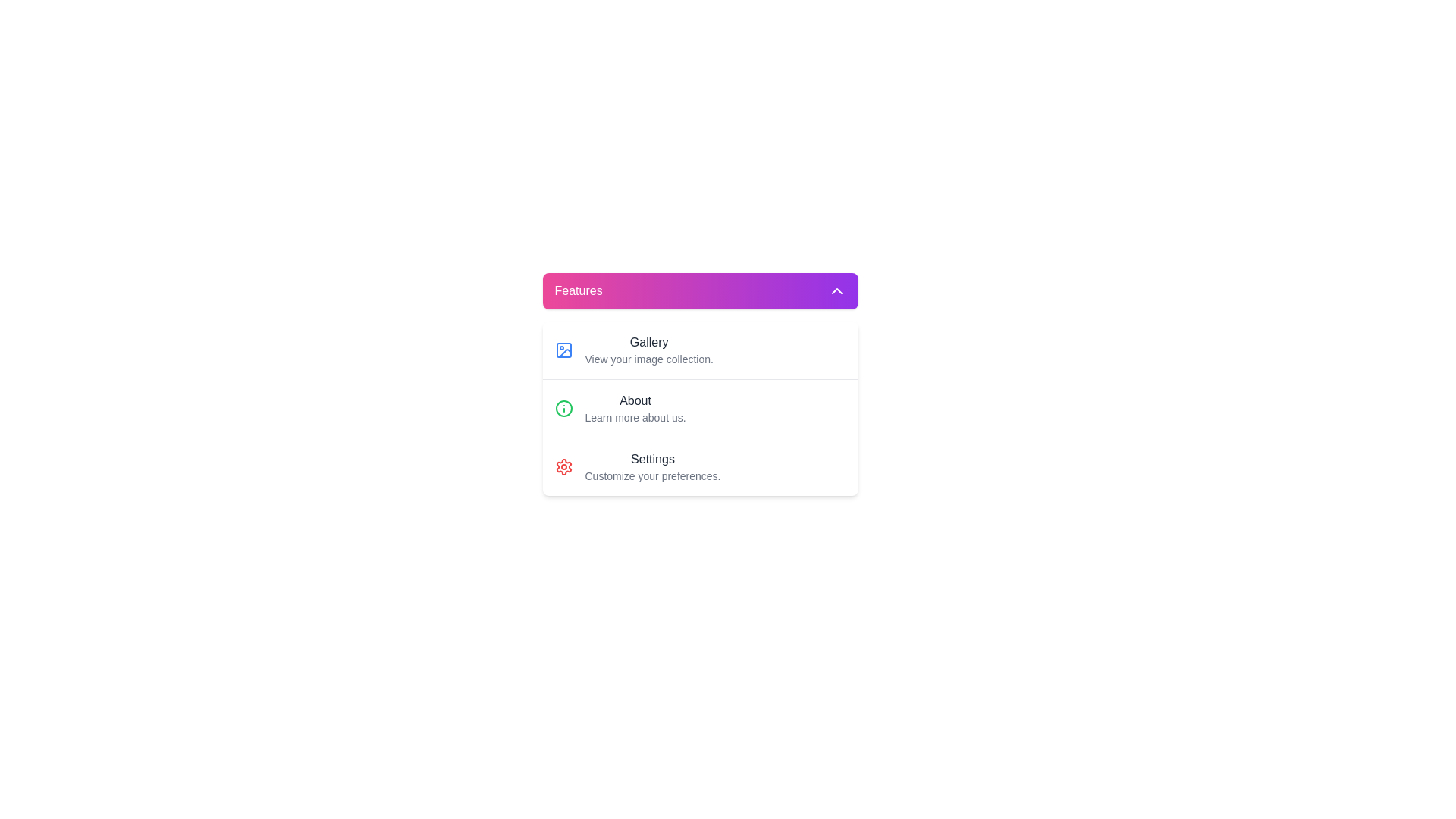 This screenshot has height=819, width=1456. Describe the element at coordinates (652, 466) in the screenshot. I see `the 'Settings' text label in the menu, which is styled in bold and accompanied by a red settings icon to its left` at that location.